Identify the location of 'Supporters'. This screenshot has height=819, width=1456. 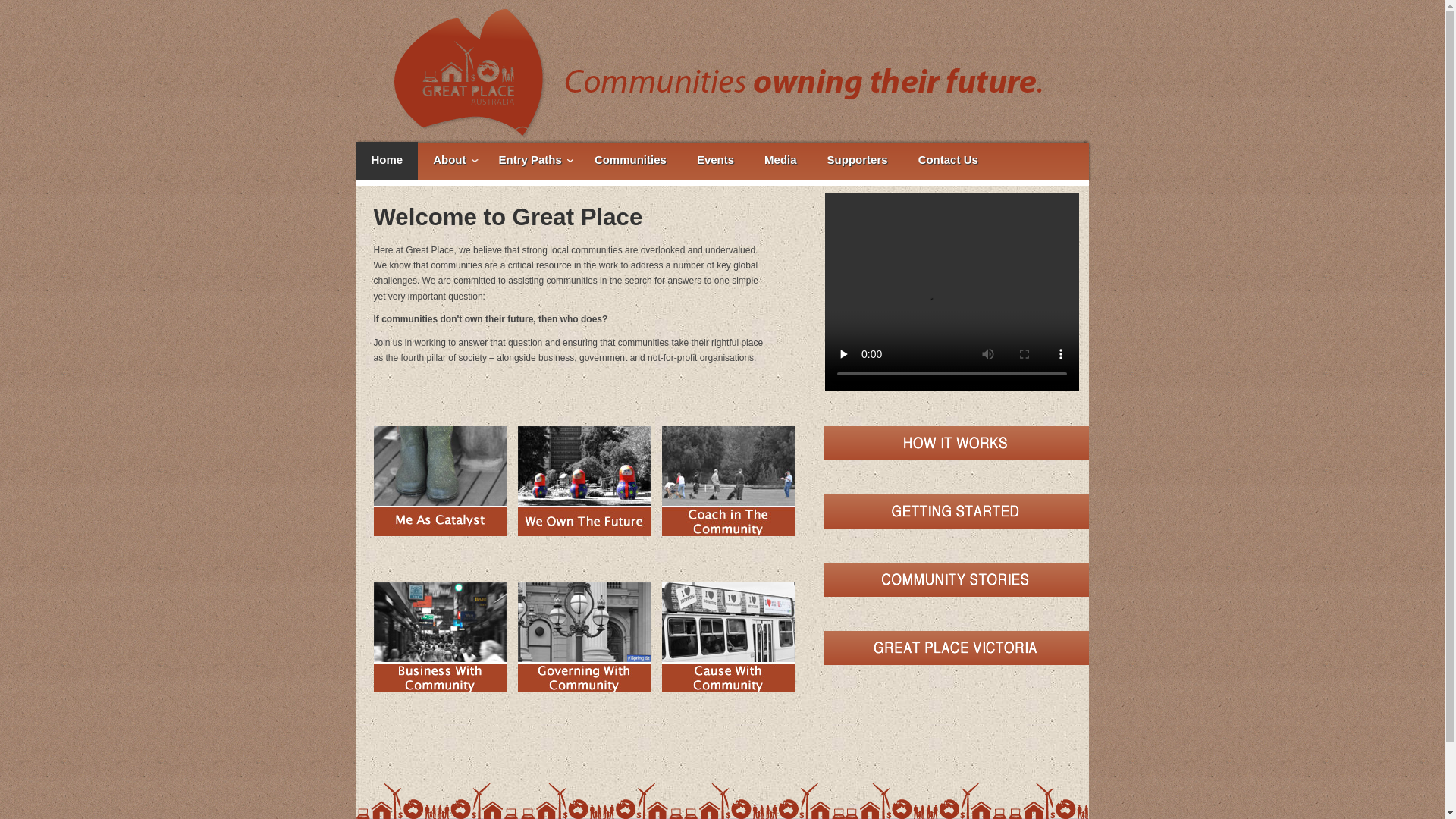
(858, 161).